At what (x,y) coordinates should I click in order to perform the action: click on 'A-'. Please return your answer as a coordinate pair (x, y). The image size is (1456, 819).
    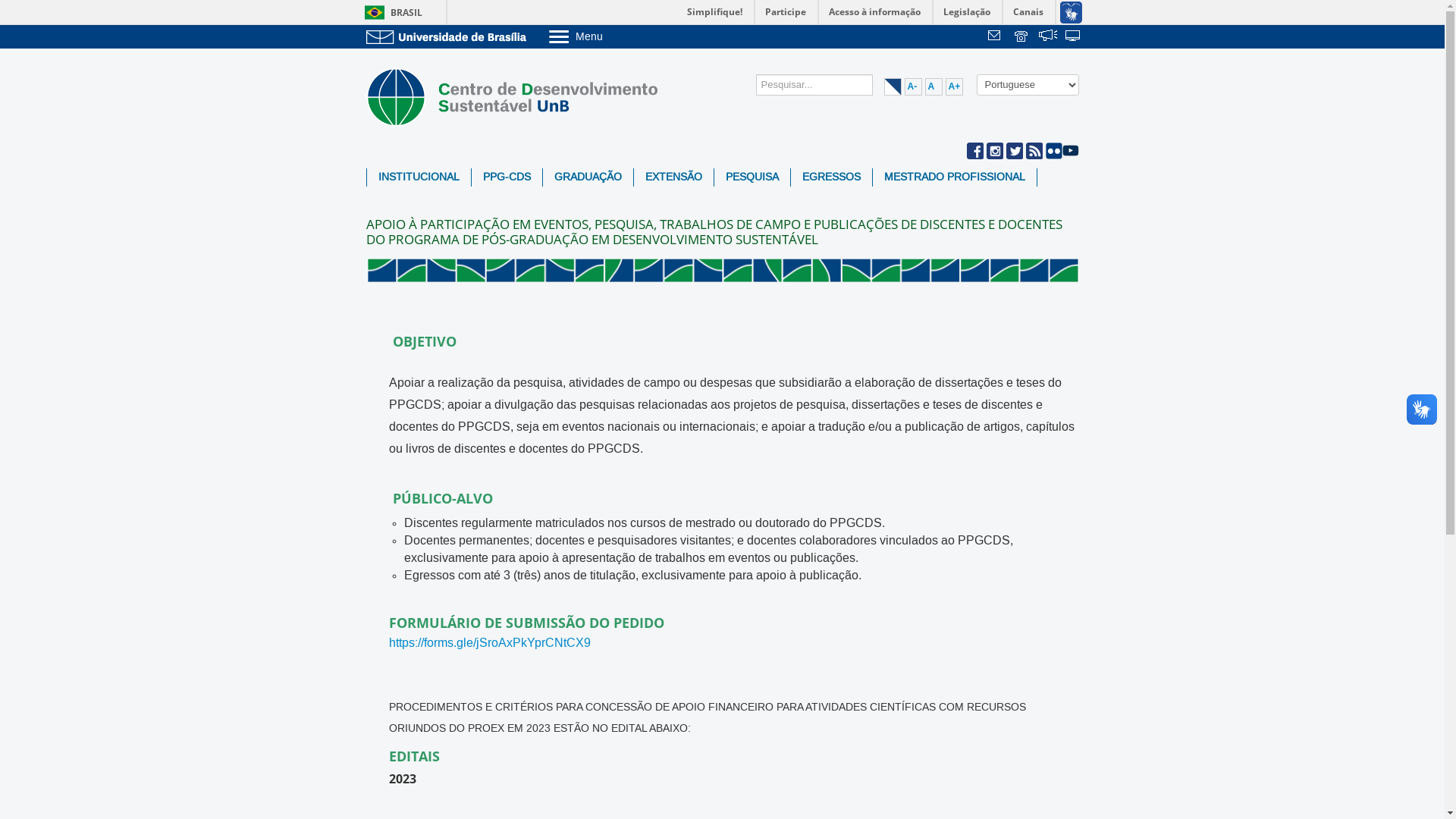
    Looking at the image, I should click on (912, 86).